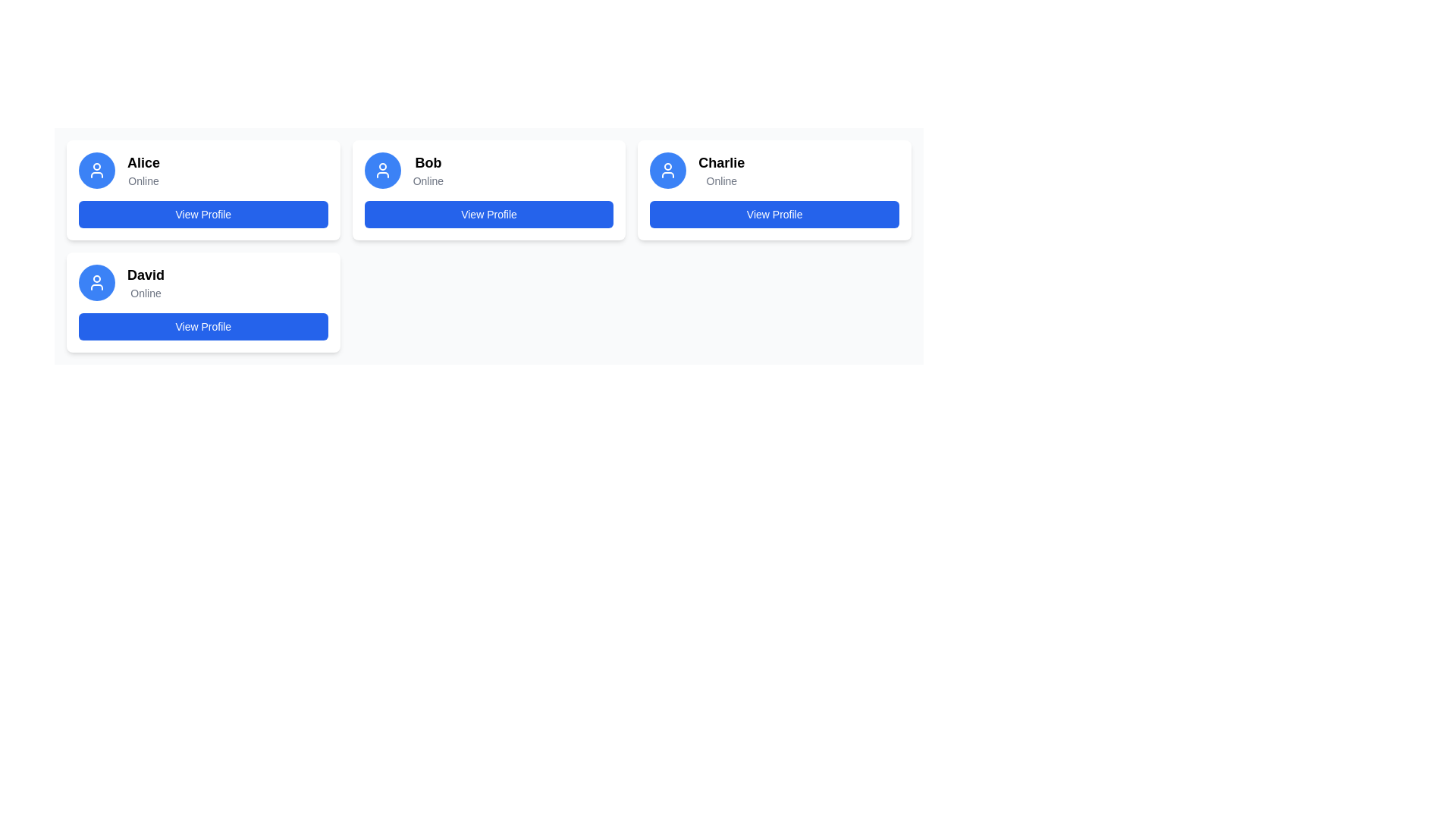 This screenshot has width=1456, height=819. Describe the element at coordinates (774, 189) in the screenshot. I see `User Profile Card for Charlie, which features a profile picture, the name 'Charlie' in bold text, and a blue 'View Profile' button at the bottom` at that location.